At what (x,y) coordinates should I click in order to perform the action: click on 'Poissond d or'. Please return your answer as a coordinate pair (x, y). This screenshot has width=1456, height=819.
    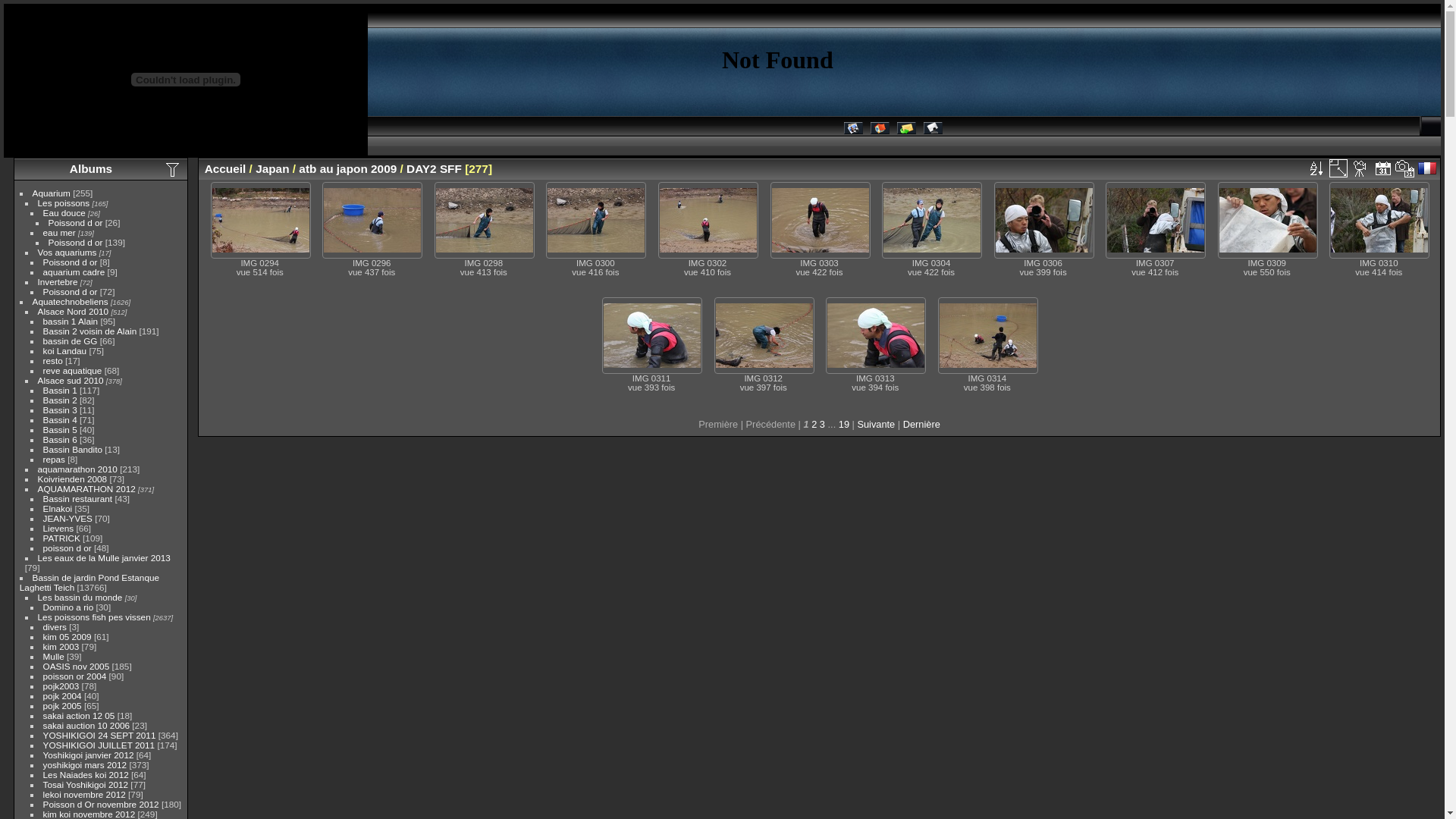
    Looking at the image, I should click on (43, 261).